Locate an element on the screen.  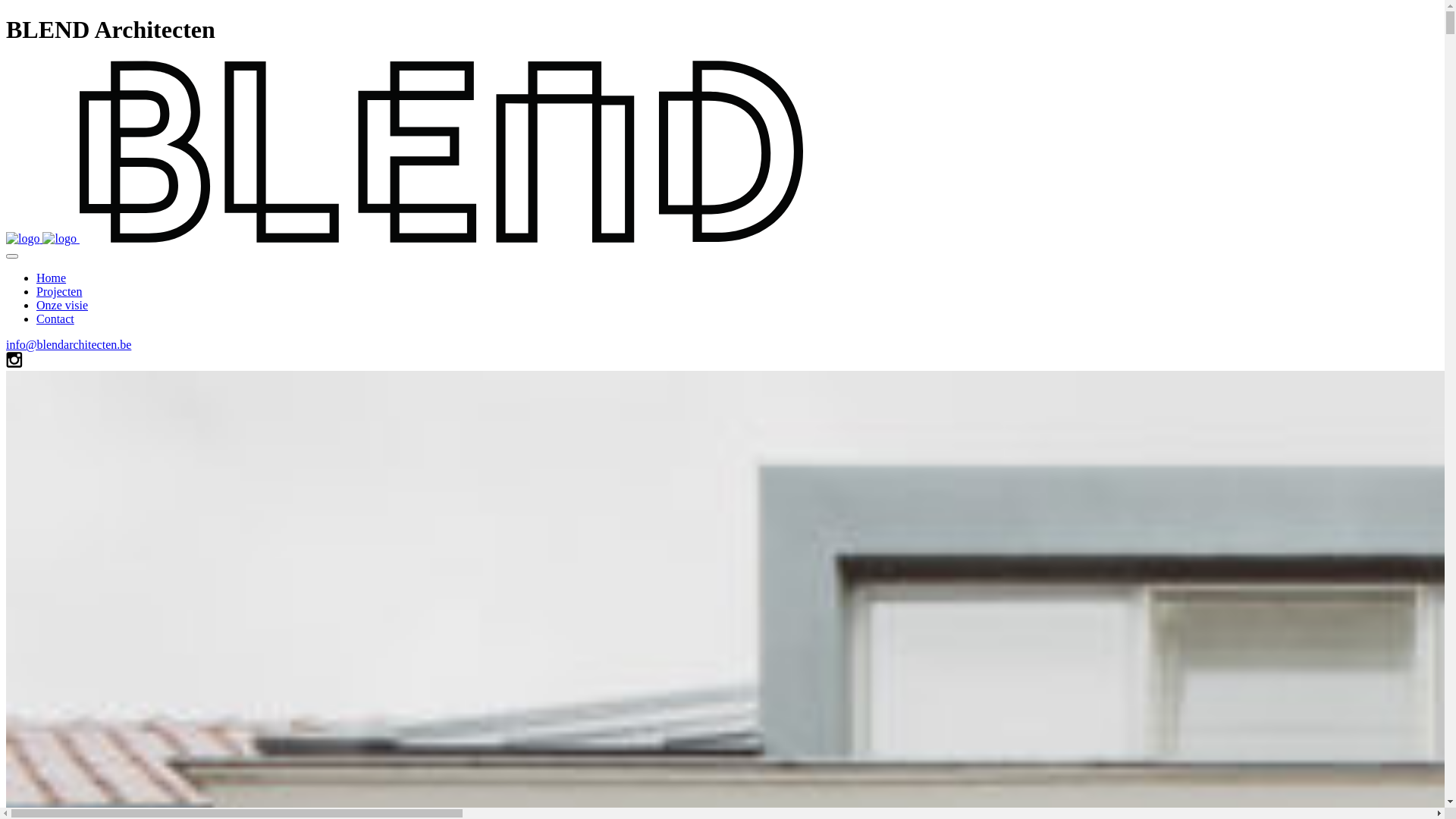
'info@blendarchitecten.be' is located at coordinates (67, 344).